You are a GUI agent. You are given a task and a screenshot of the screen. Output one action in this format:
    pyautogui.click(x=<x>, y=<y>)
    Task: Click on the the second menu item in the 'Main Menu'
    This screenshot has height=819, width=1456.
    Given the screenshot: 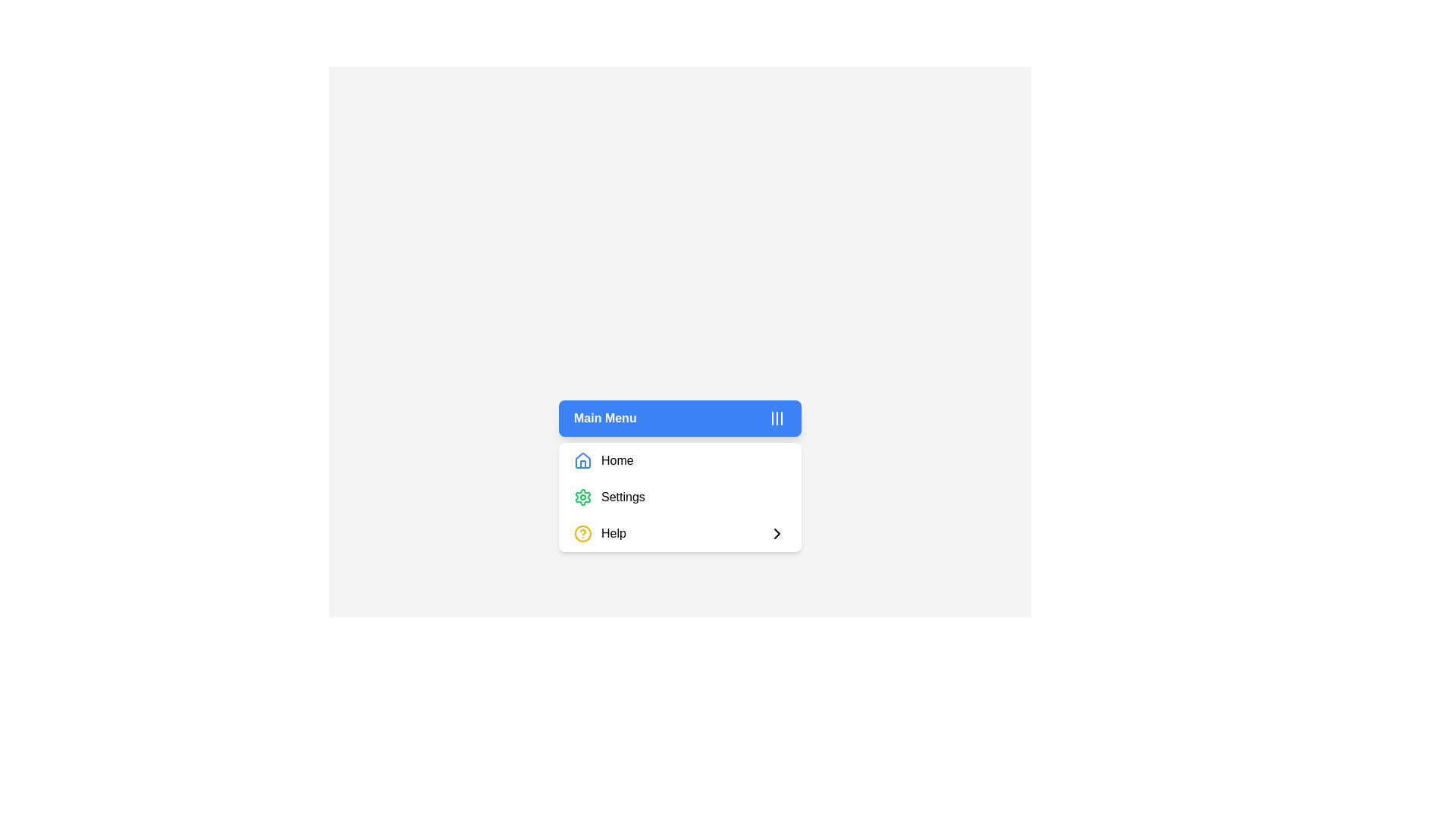 What is the action you would take?
    pyautogui.click(x=679, y=497)
    